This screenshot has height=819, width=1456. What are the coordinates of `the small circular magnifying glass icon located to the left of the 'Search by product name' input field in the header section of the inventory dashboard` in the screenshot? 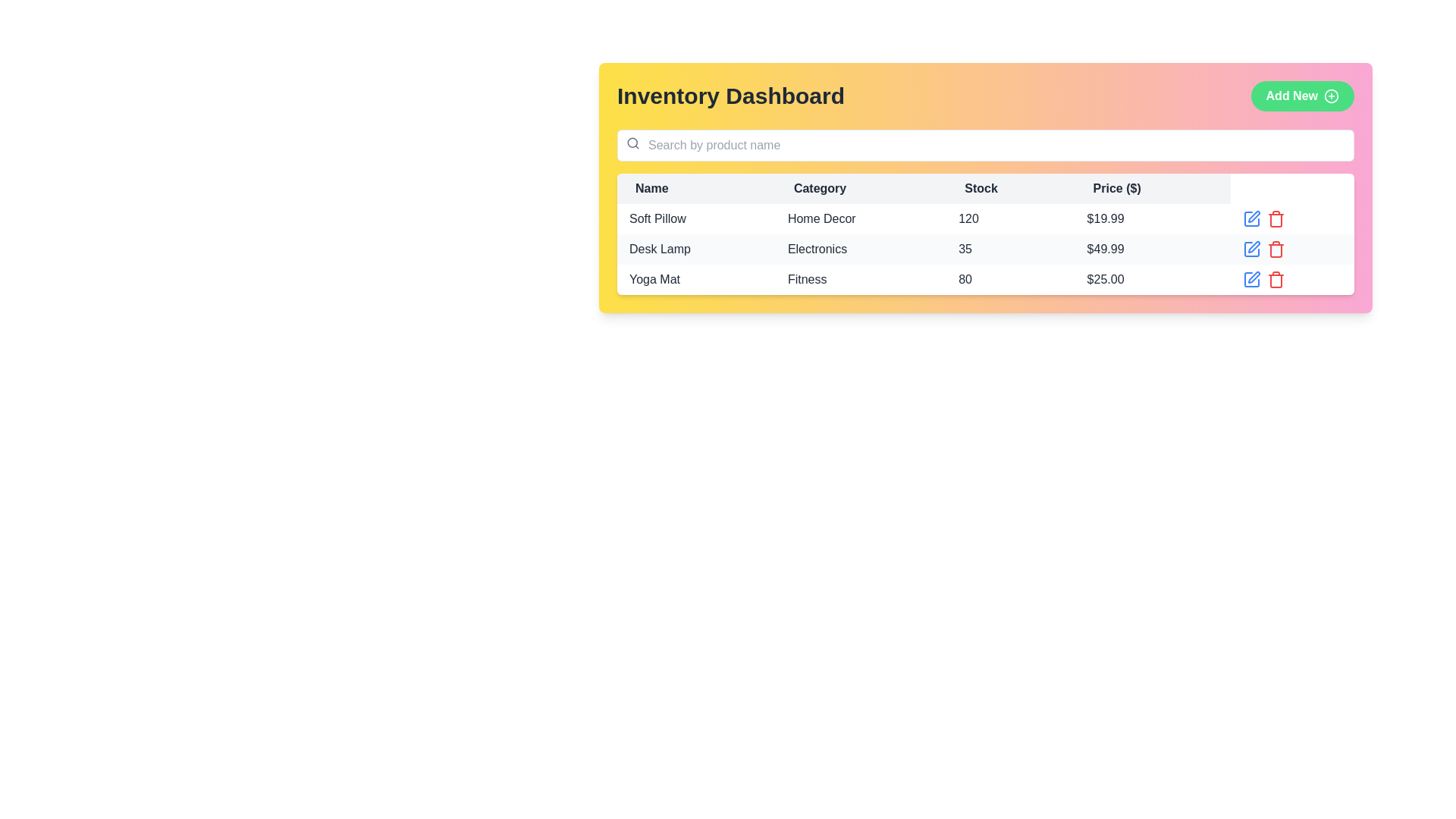 It's located at (632, 143).